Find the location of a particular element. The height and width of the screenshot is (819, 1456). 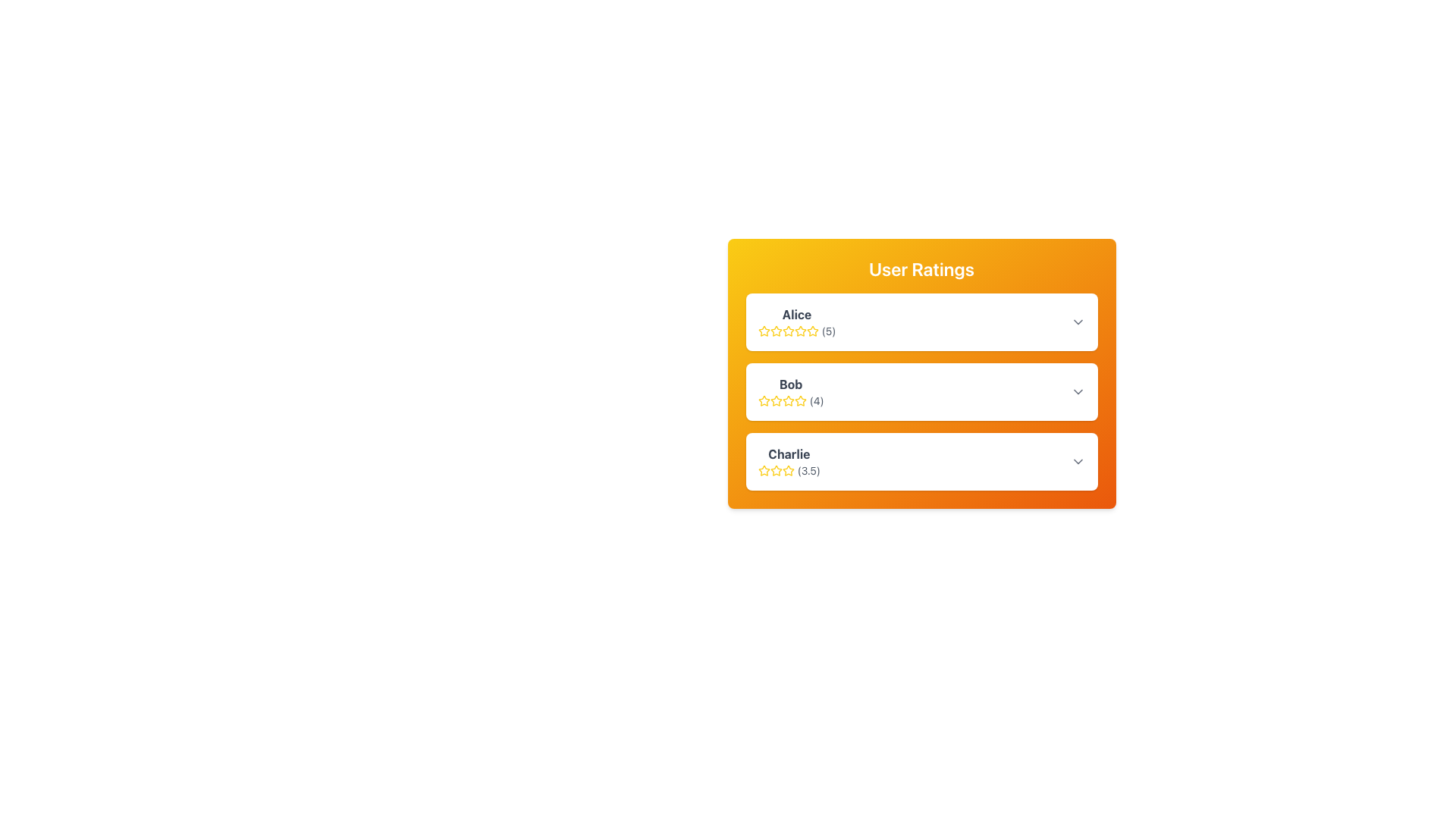

the appearance of the third star icon in the User Ratings section, which is styled with a yellow outline and empty interior, located next to the text 'Alice' and before the rating count '(5)' is located at coordinates (776, 330).